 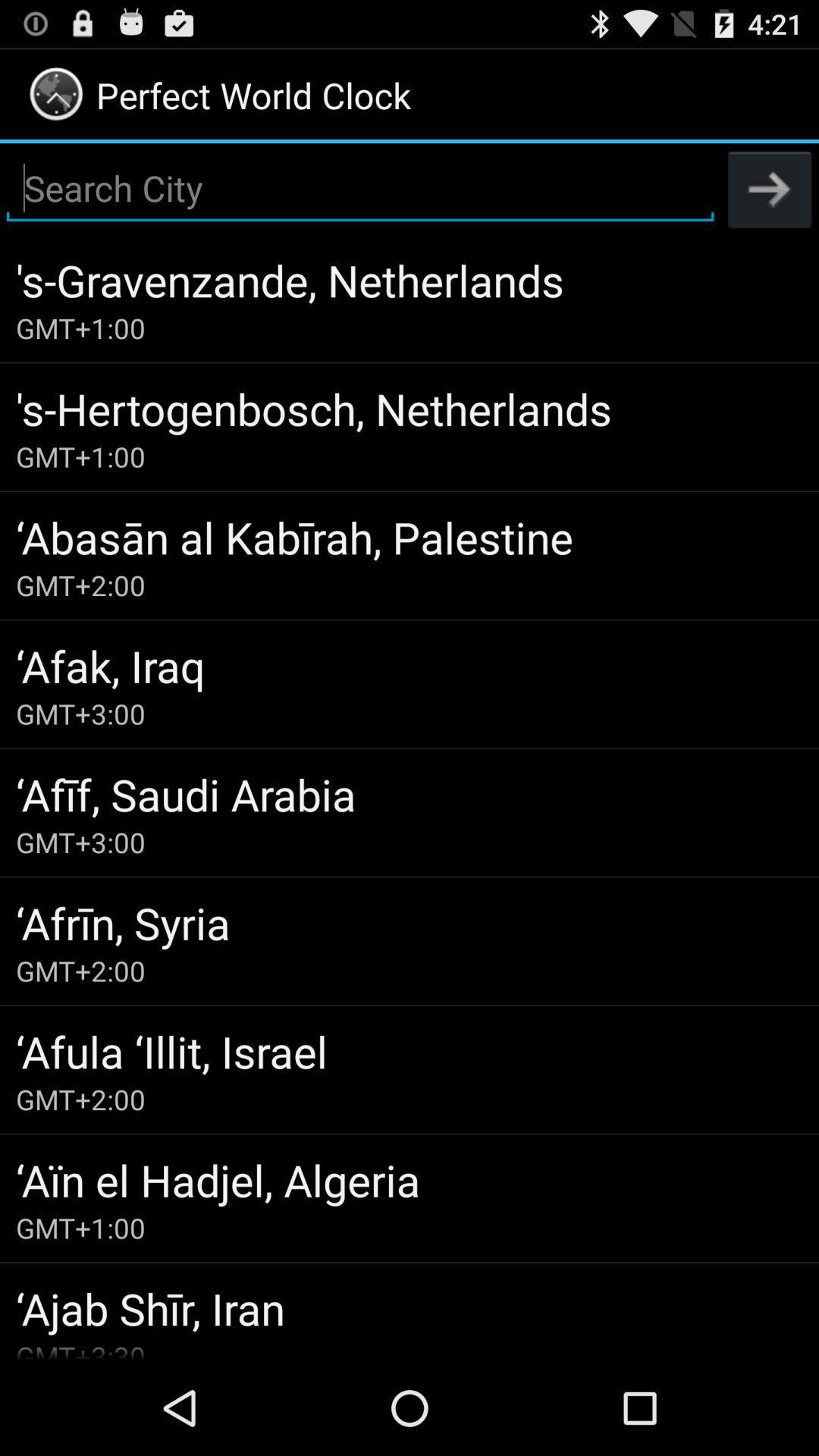 What do you see at coordinates (409, 537) in the screenshot?
I see `item below gmt+1:00 app` at bounding box center [409, 537].